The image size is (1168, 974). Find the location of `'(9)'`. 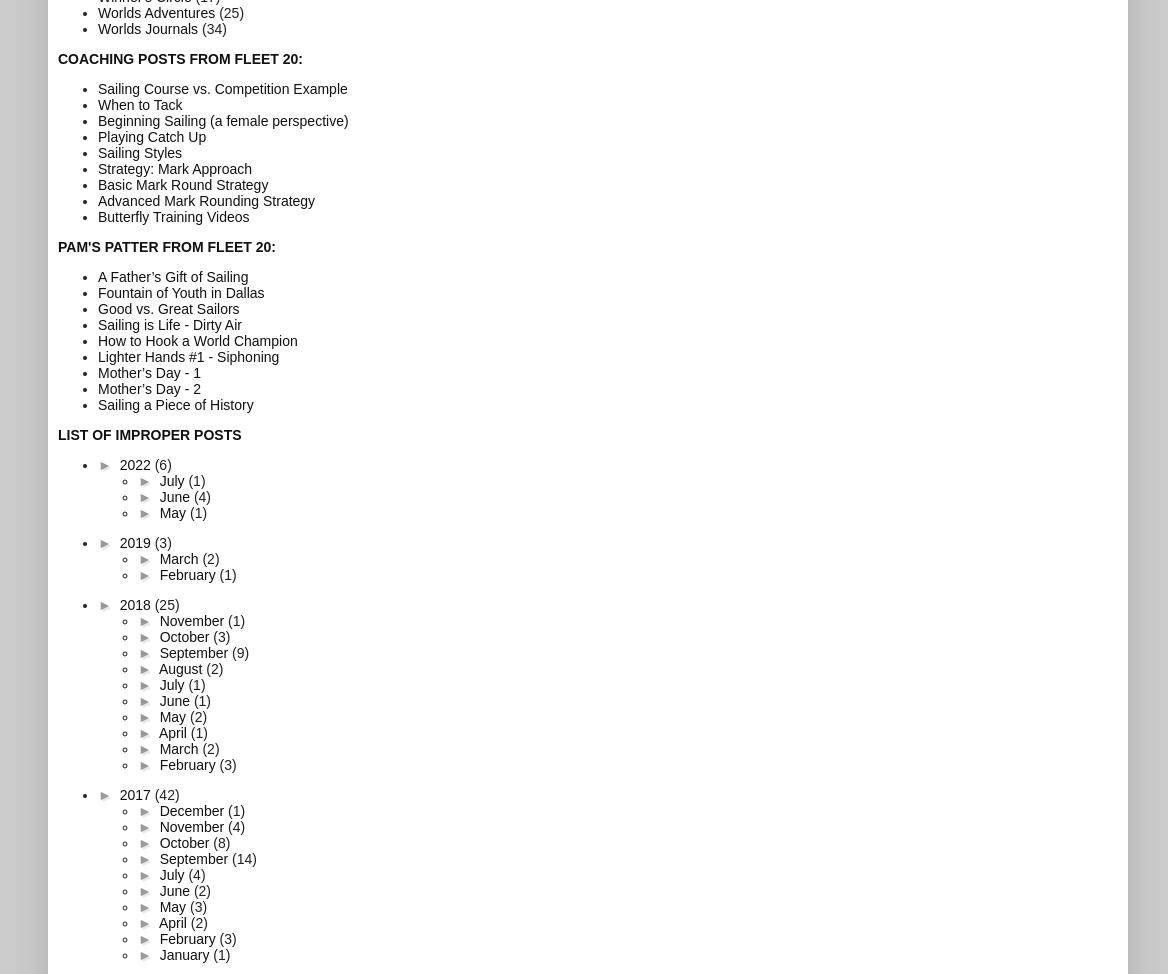

'(9)' is located at coordinates (239, 651).